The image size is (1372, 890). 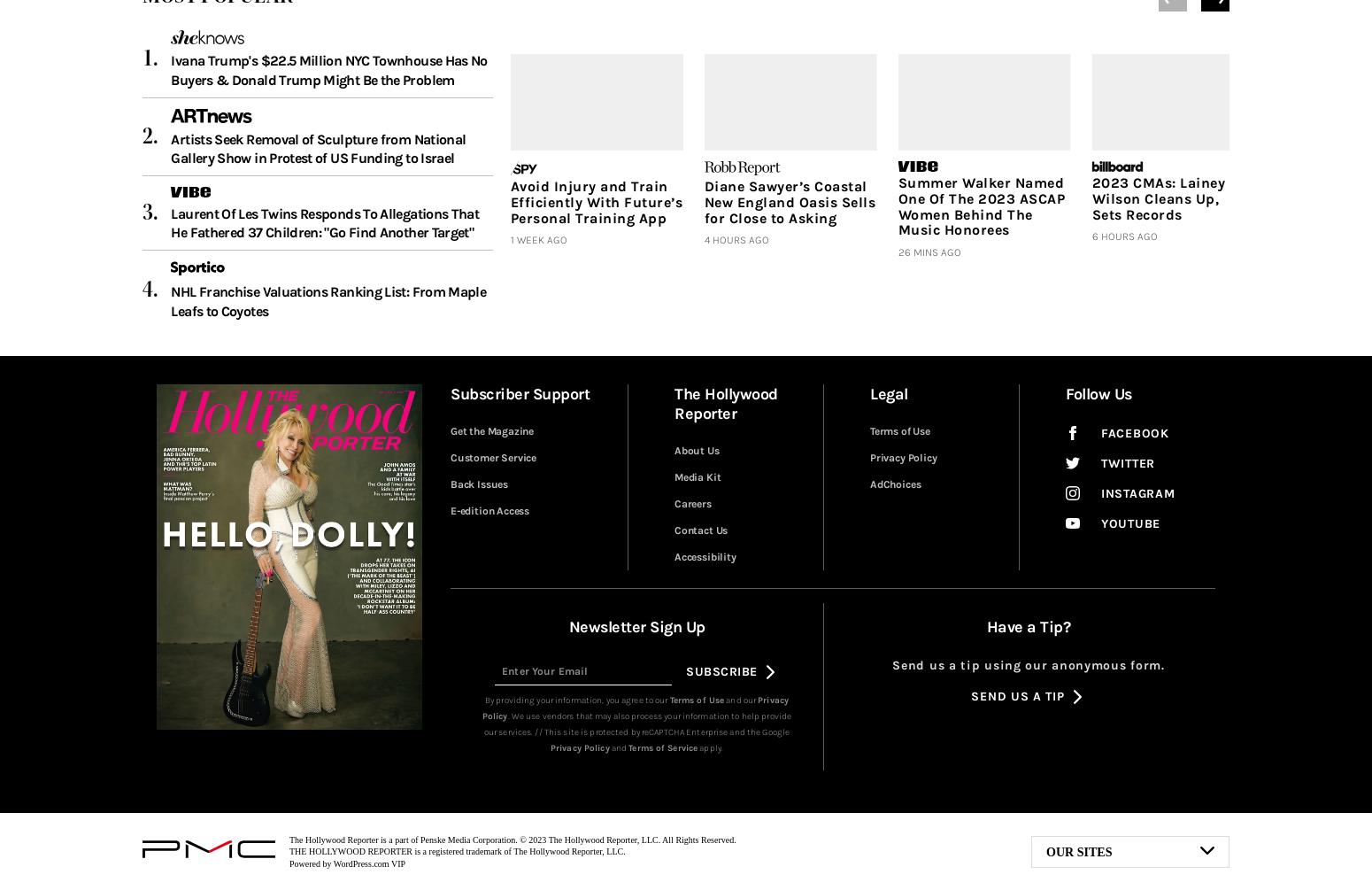 What do you see at coordinates (1016, 696) in the screenshot?
I see `'Send Us a Tip'` at bounding box center [1016, 696].